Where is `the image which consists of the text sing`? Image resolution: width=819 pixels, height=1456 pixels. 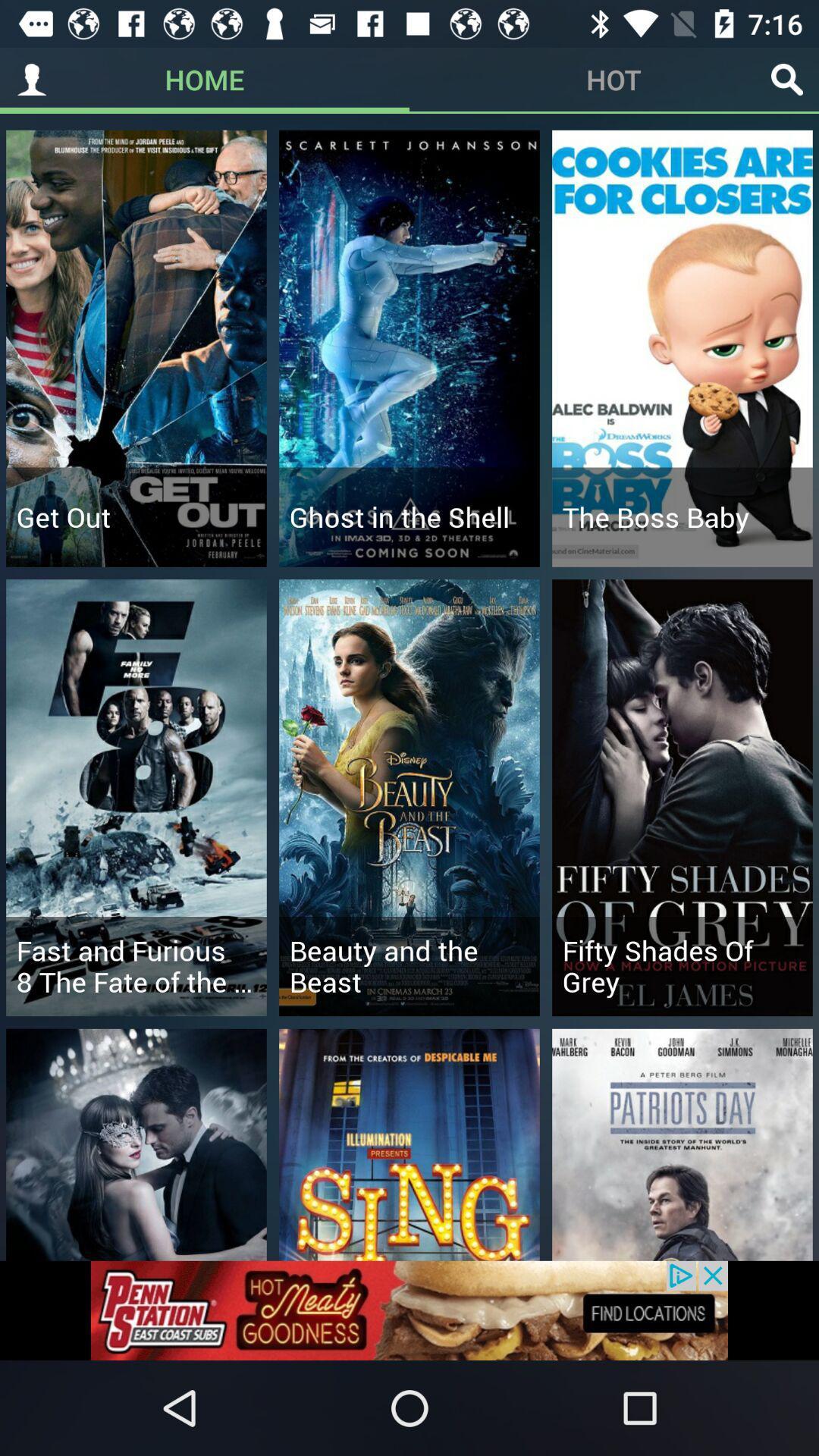 the image which consists of the text sing is located at coordinates (409, 1145).